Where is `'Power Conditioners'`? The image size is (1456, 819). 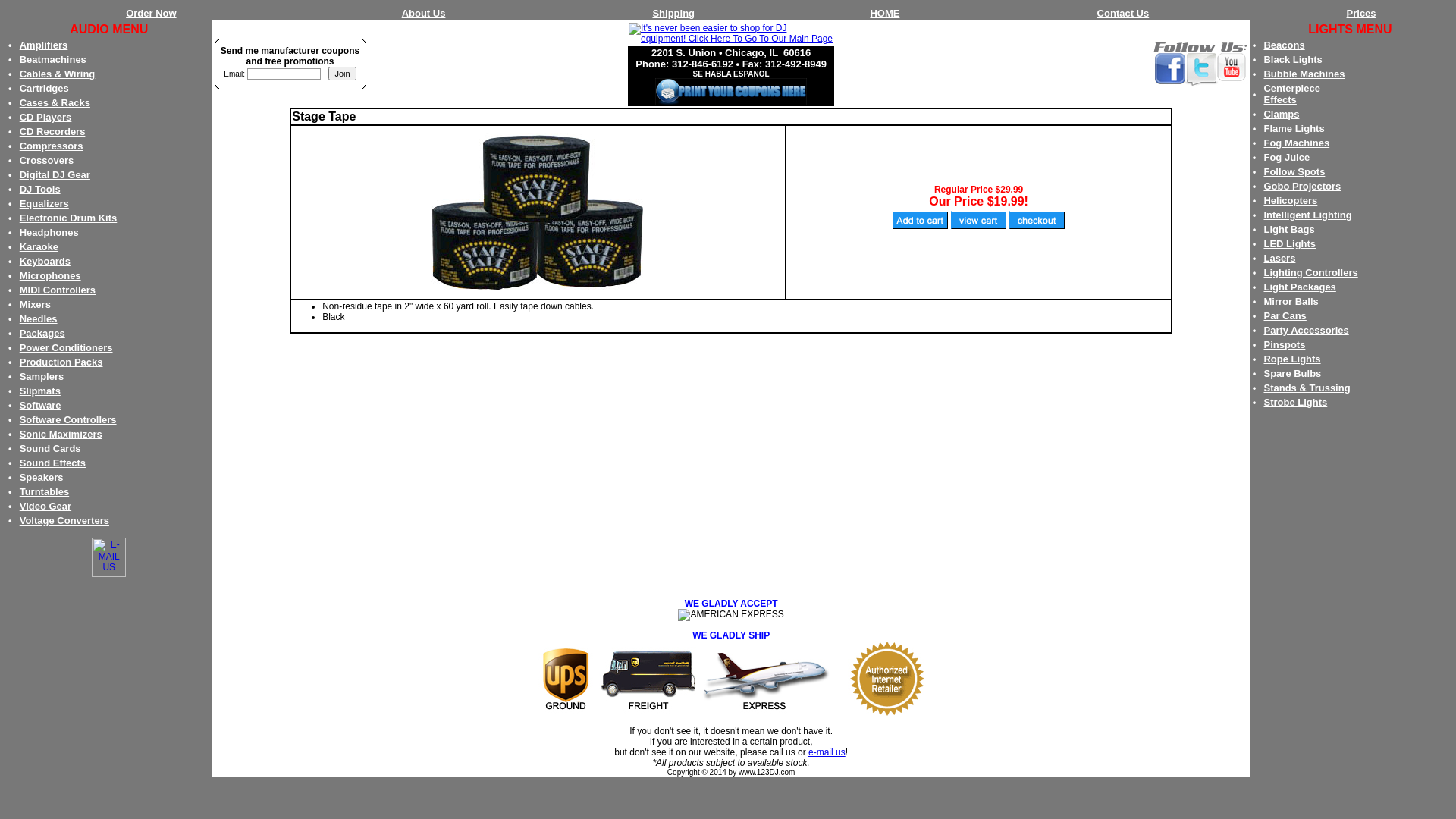
'Power Conditioners' is located at coordinates (19, 347).